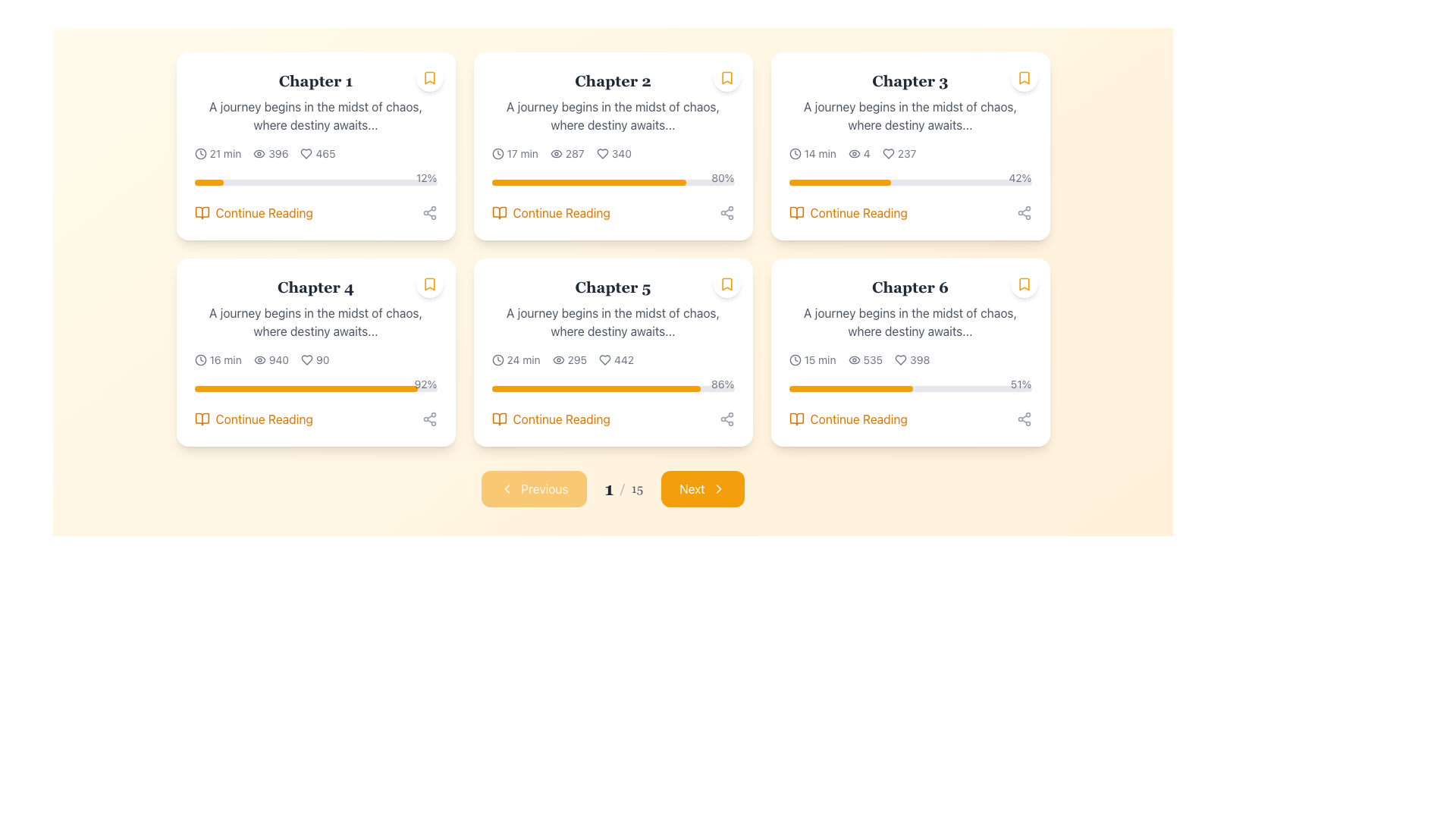 The image size is (1456, 819). What do you see at coordinates (717, 488) in the screenshot?
I see `the right-facing chevron arrow icon within the 'Next' button` at bounding box center [717, 488].